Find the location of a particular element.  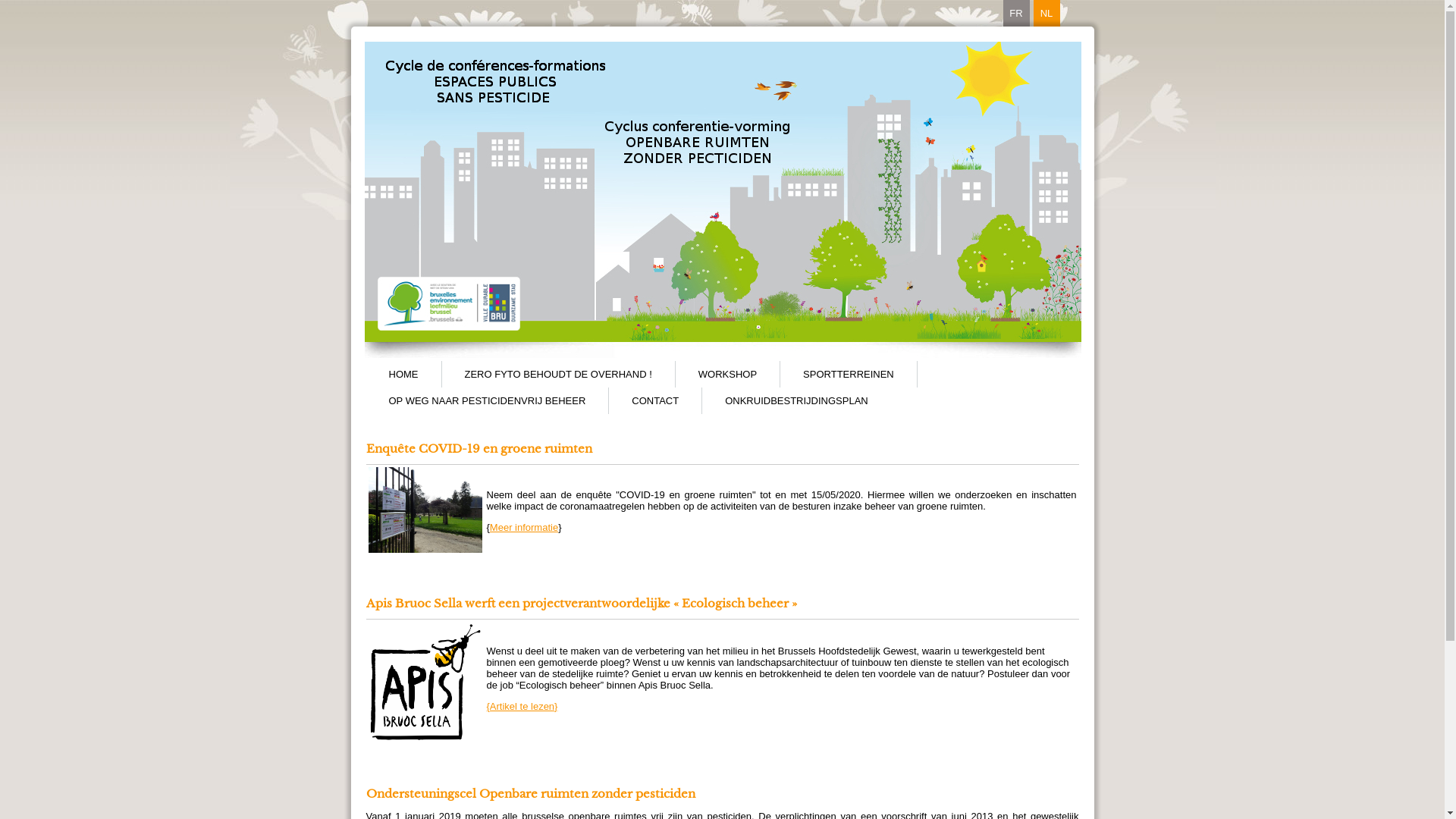

'WORKSHOP' is located at coordinates (698, 374).